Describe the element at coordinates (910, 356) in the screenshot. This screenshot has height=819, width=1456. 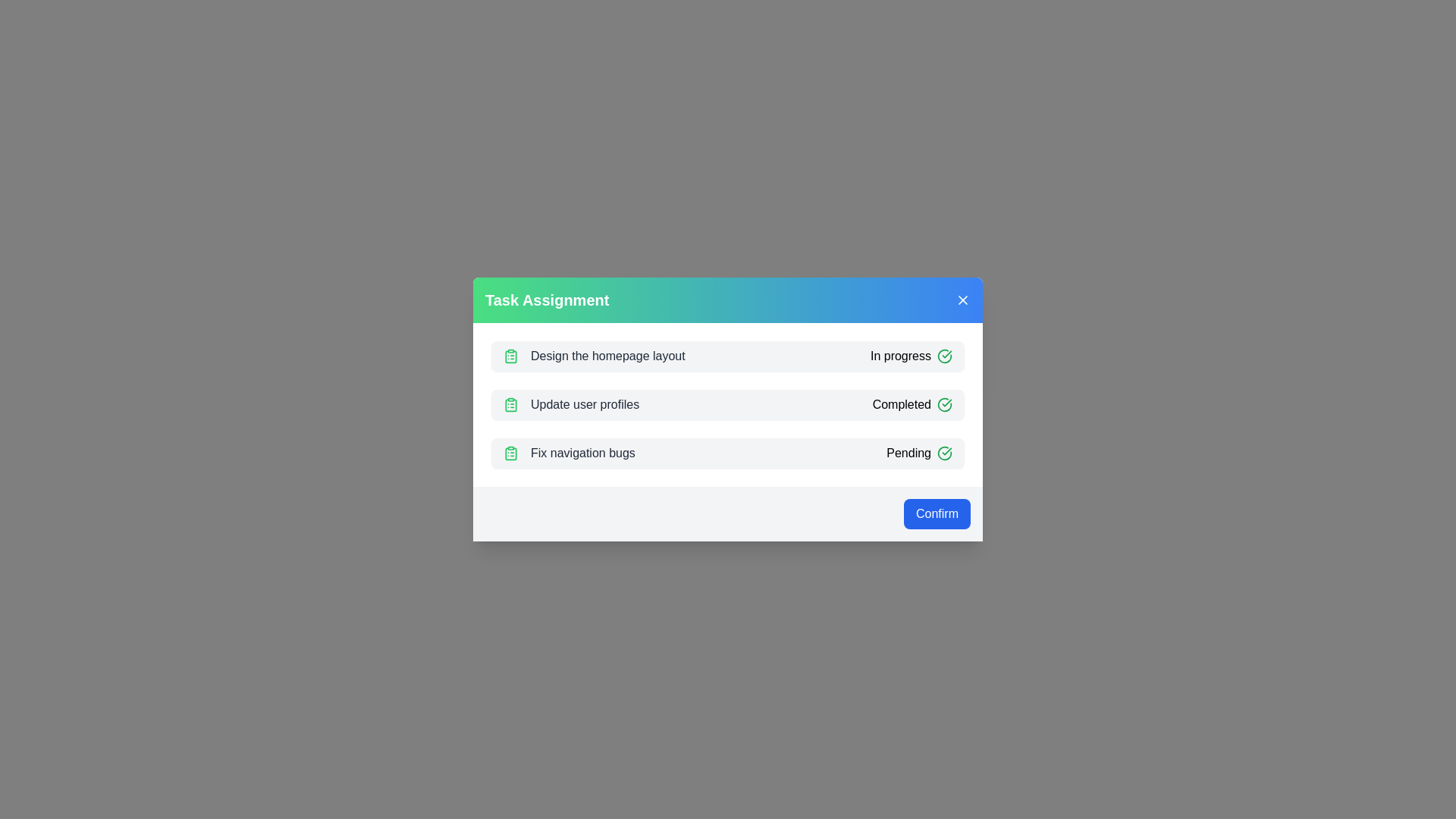
I see `the status indicator text label displaying 'In progress' for the task 'Design the homepage layout', located adjacent to the green circular check icon` at that location.